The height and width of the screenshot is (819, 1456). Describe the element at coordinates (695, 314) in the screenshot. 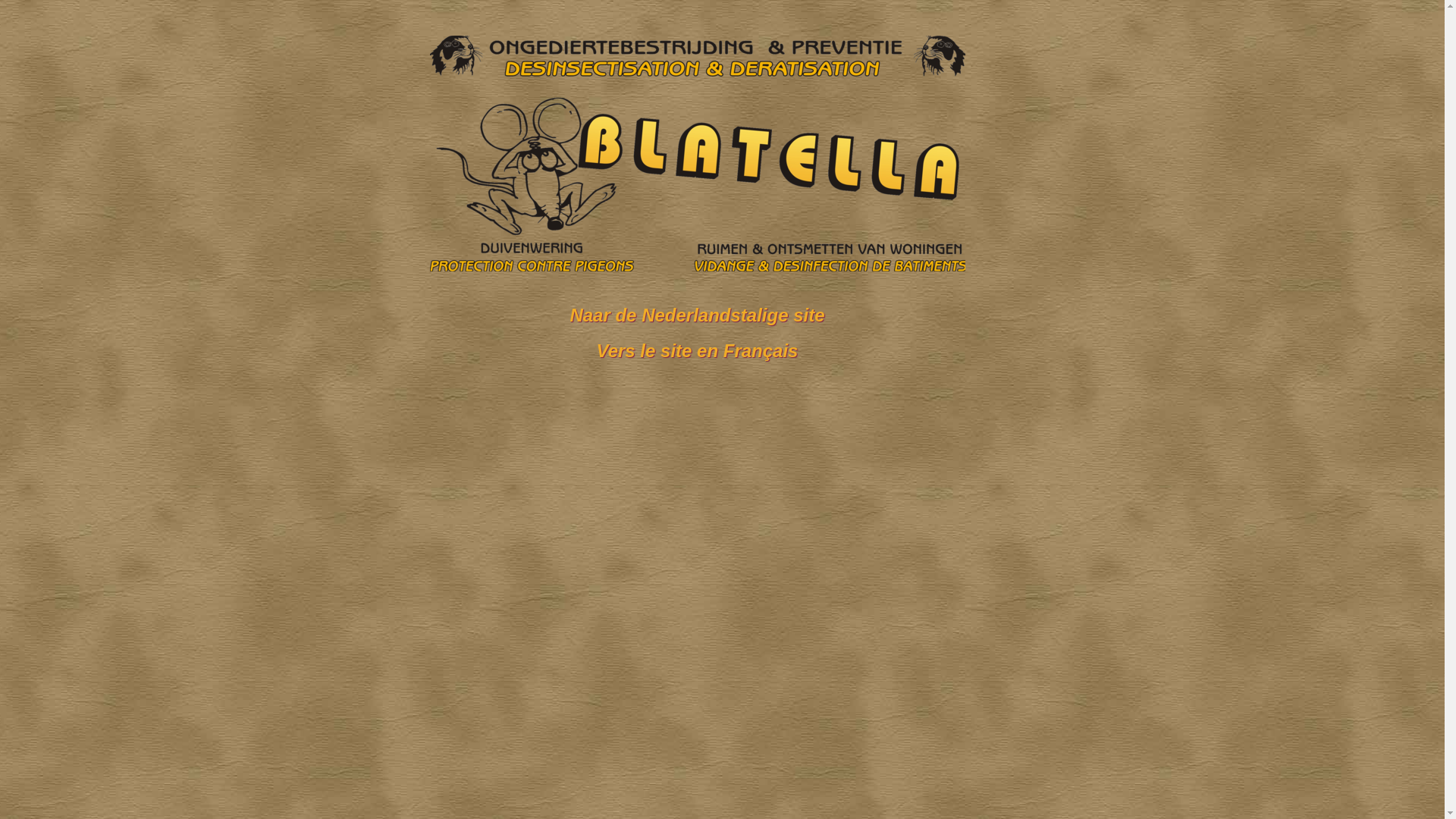

I see `'Naar de Nederlandstalige site'` at that location.